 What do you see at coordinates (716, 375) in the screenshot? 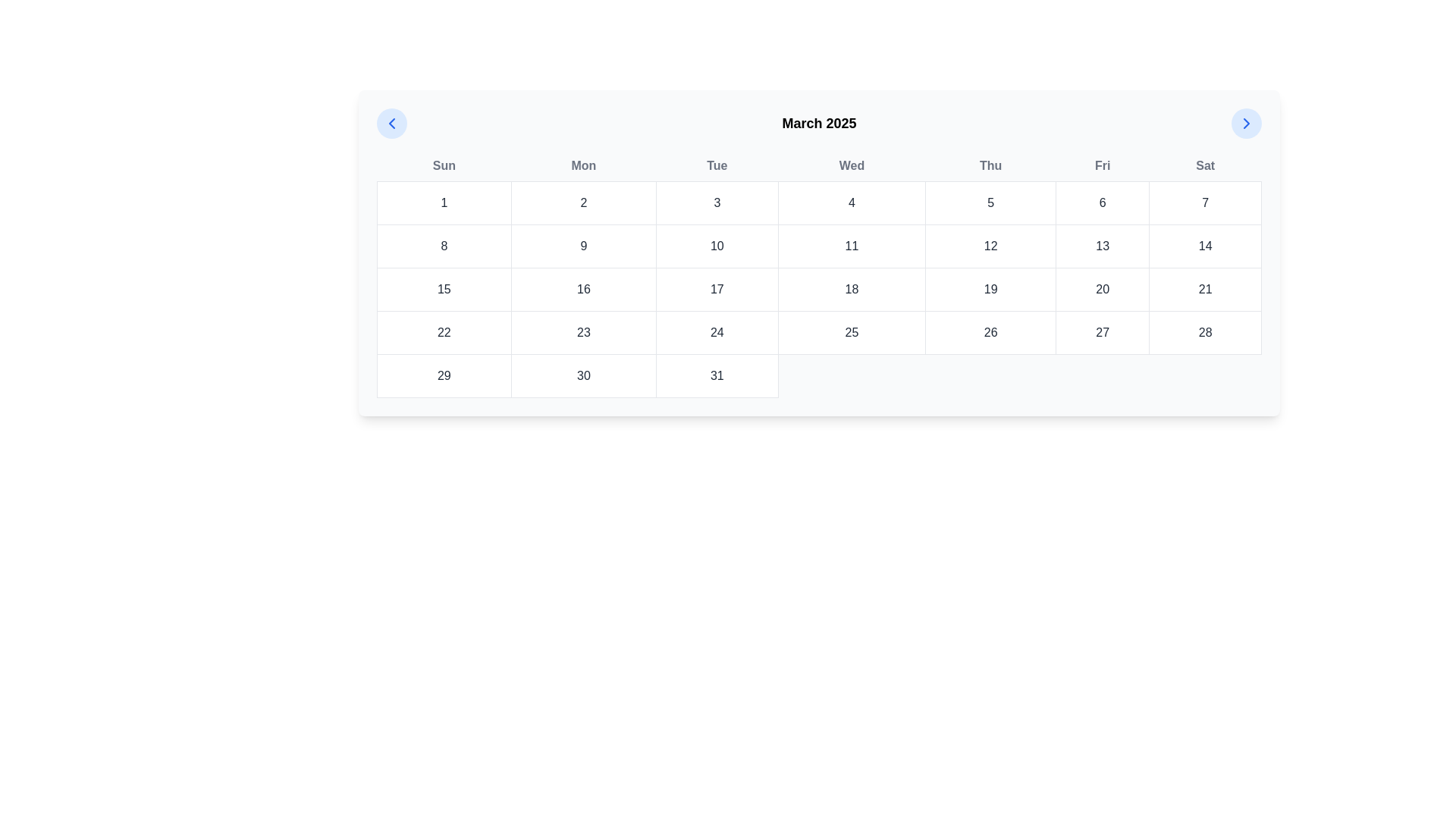
I see `the Calendar Date Cell displaying the number '31'` at bounding box center [716, 375].